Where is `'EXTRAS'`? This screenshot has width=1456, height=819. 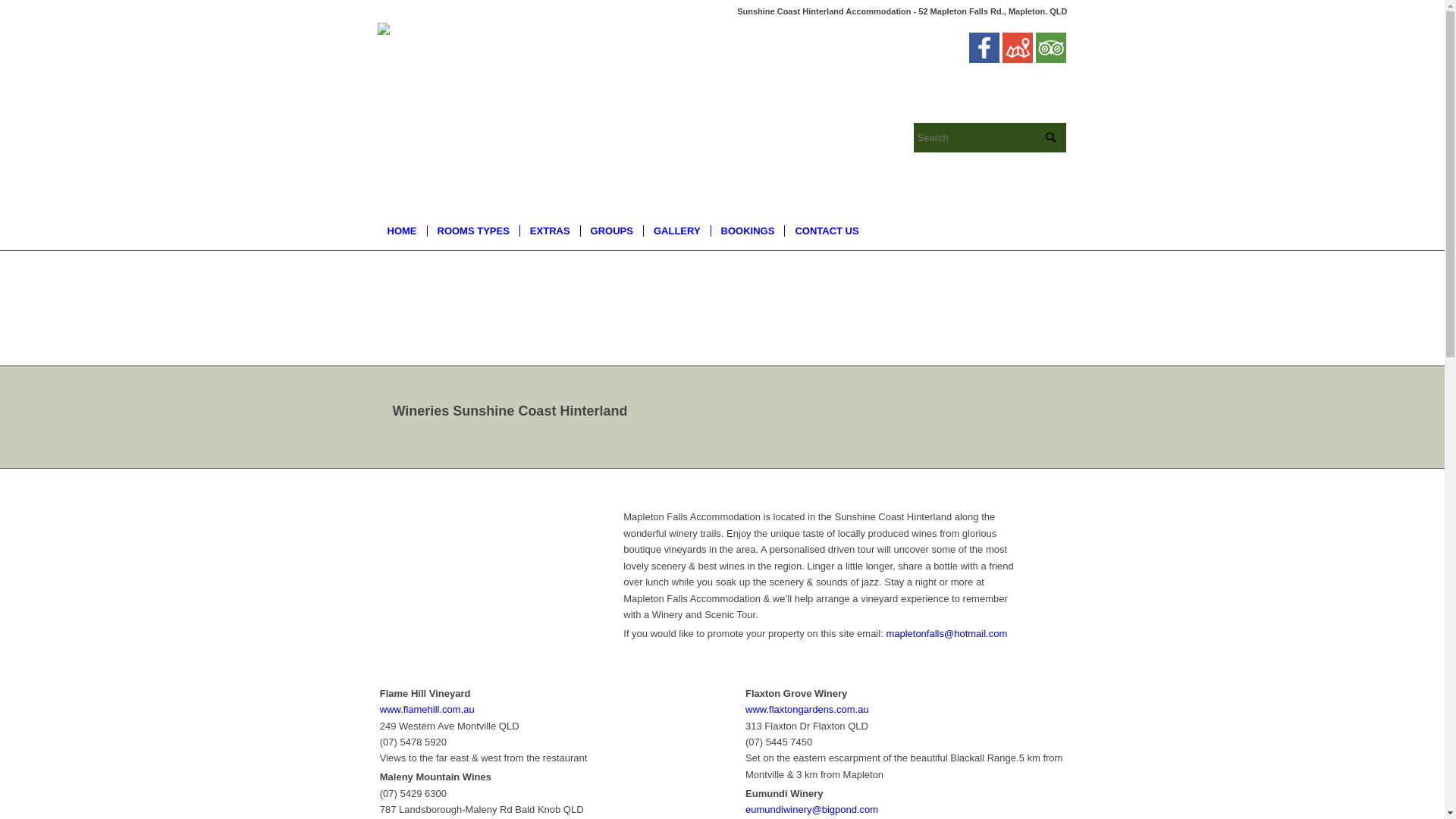
'EXTRAS' is located at coordinates (548, 231).